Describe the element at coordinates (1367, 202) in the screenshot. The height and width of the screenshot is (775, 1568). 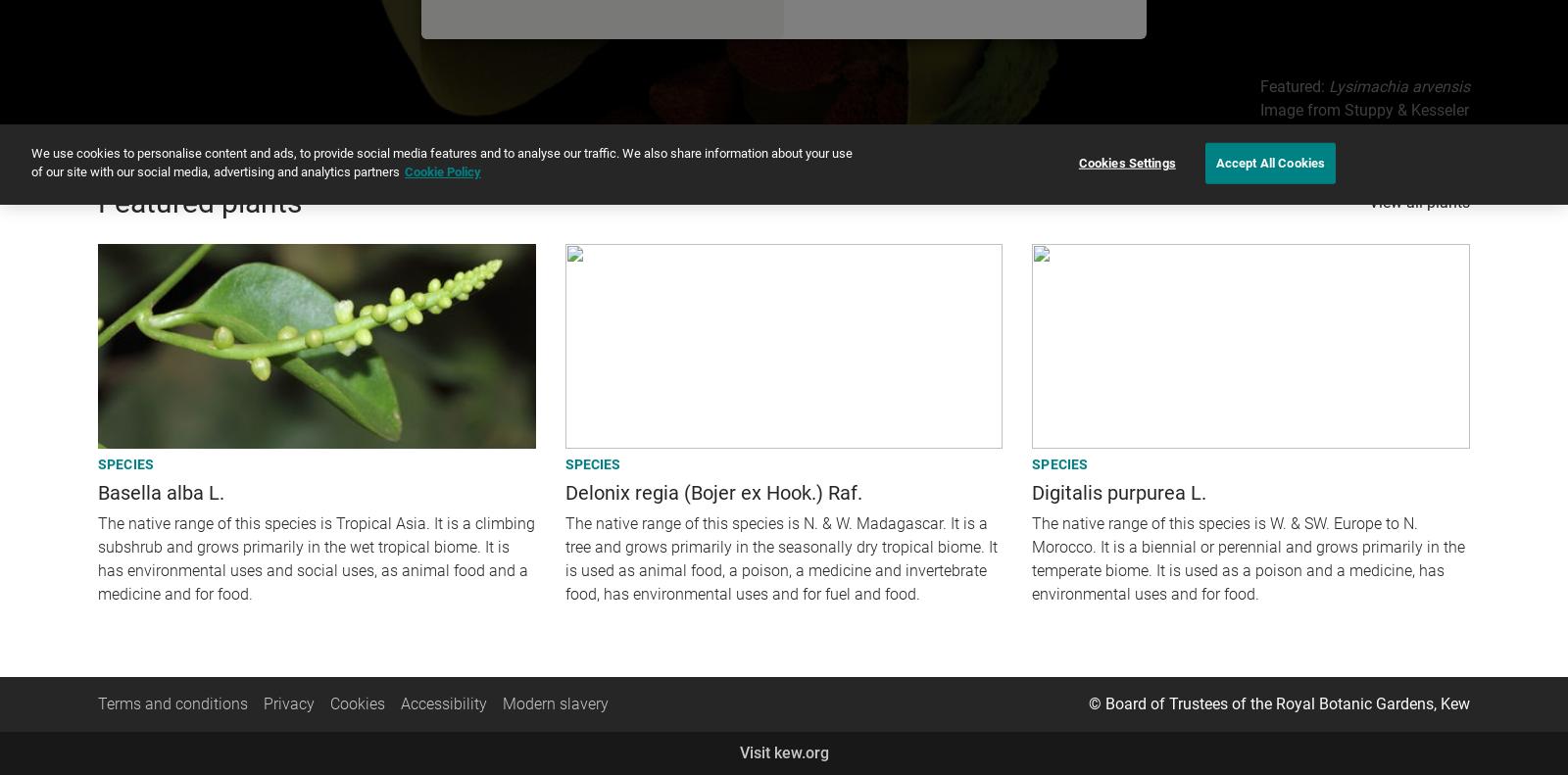
I see `'View all plants'` at that location.